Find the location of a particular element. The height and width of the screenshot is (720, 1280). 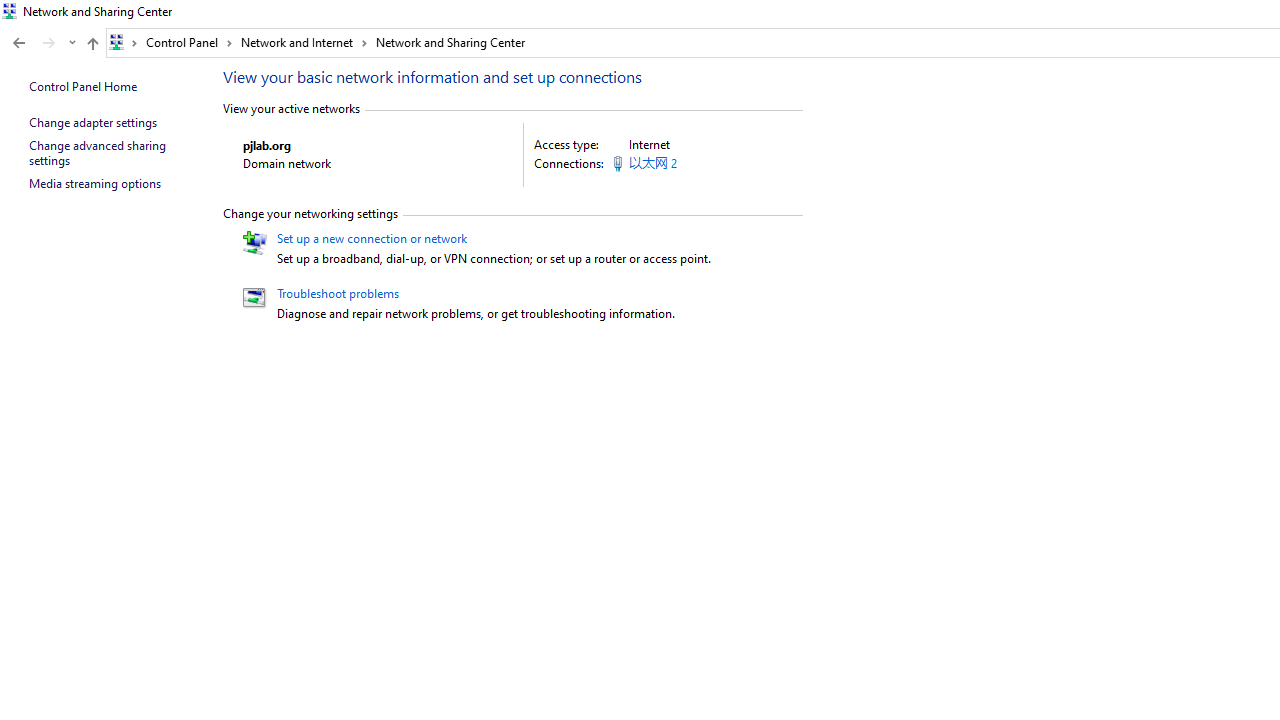

'Change adapter settings' is located at coordinates (91, 122).